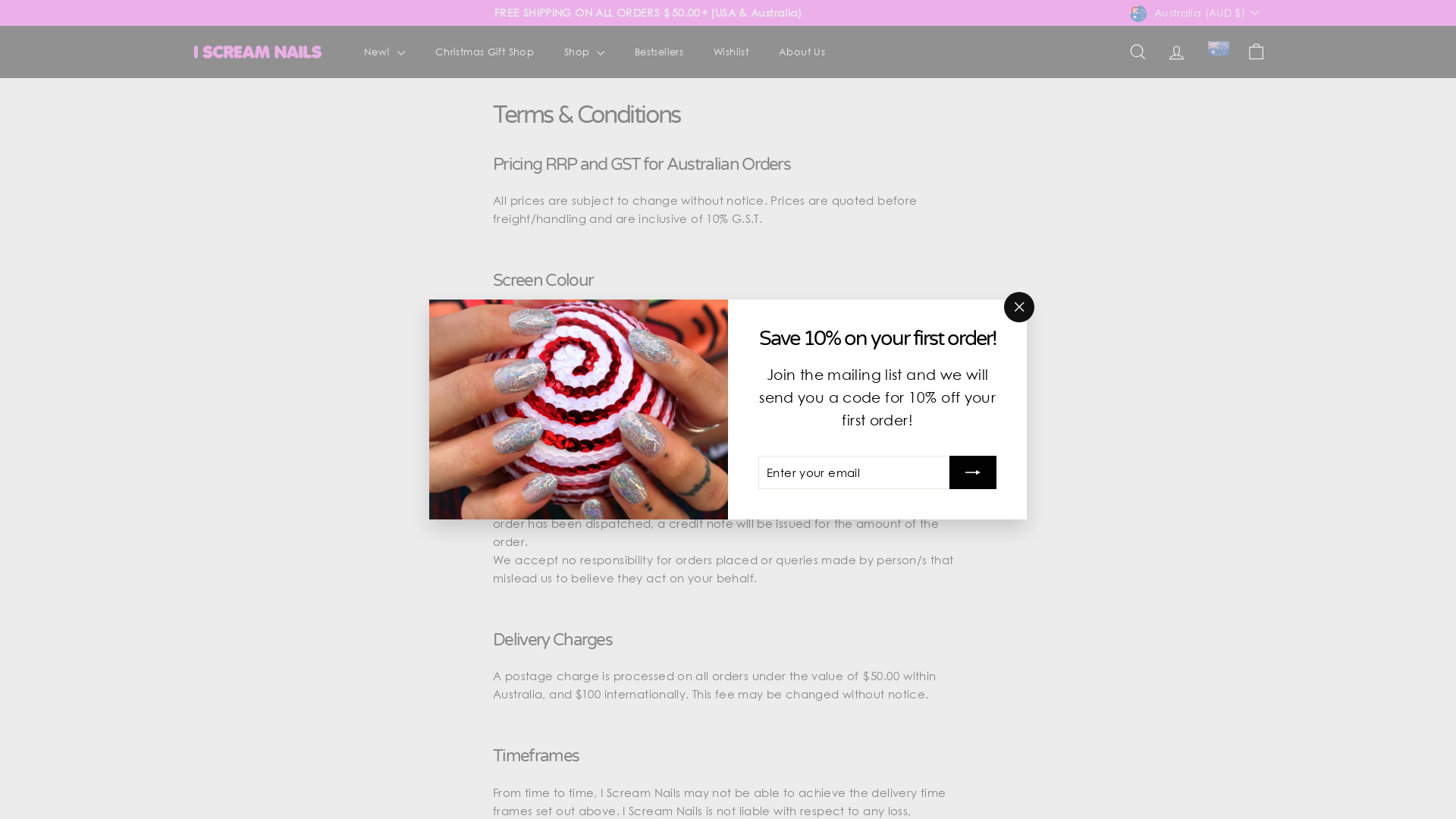 This screenshot has width=1456, height=819. Describe the element at coordinates (619, 51) in the screenshot. I see `'Bestsellers'` at that location.